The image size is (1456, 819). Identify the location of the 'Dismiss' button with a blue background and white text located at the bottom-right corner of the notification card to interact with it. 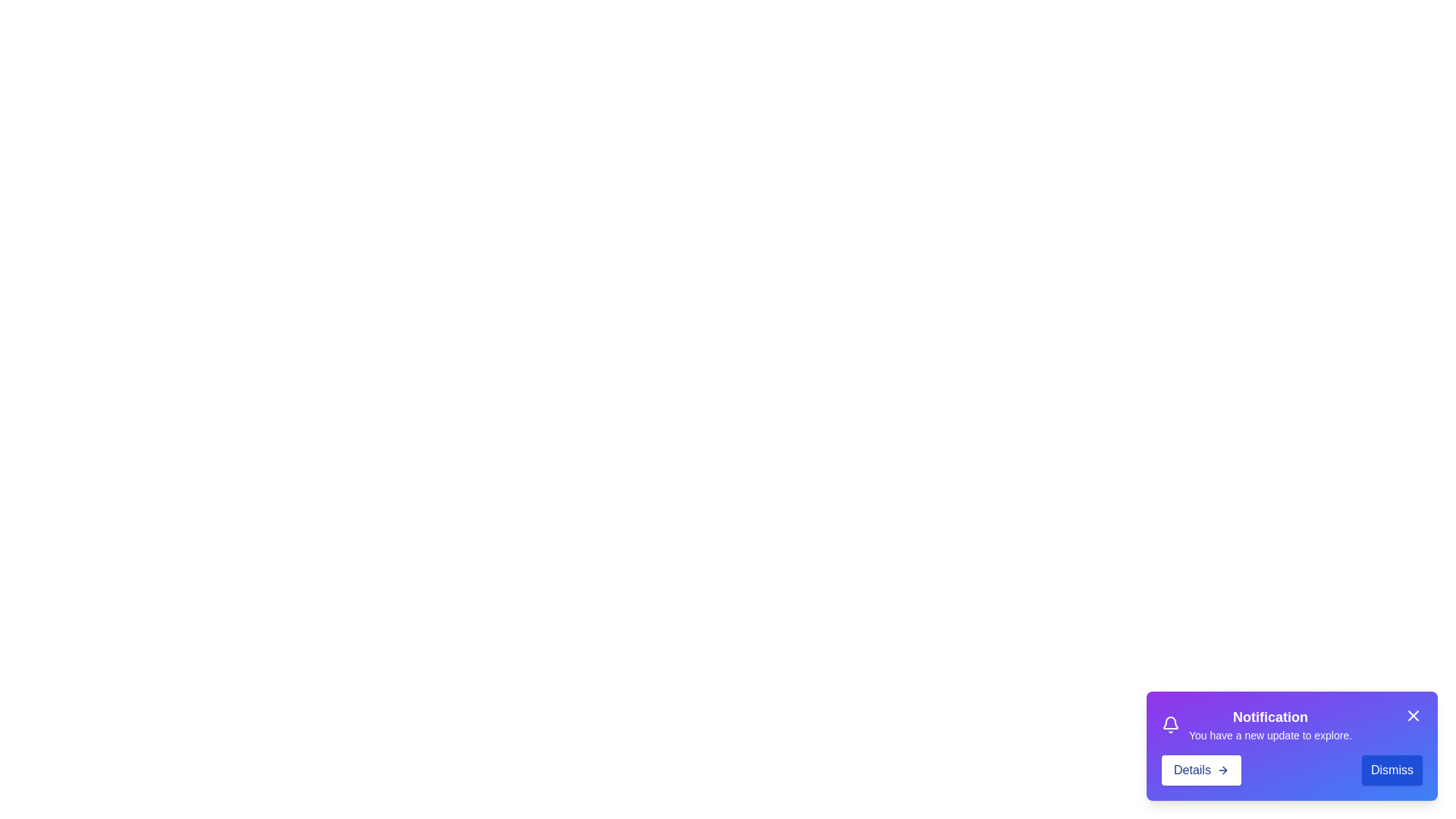
(1392, 770).